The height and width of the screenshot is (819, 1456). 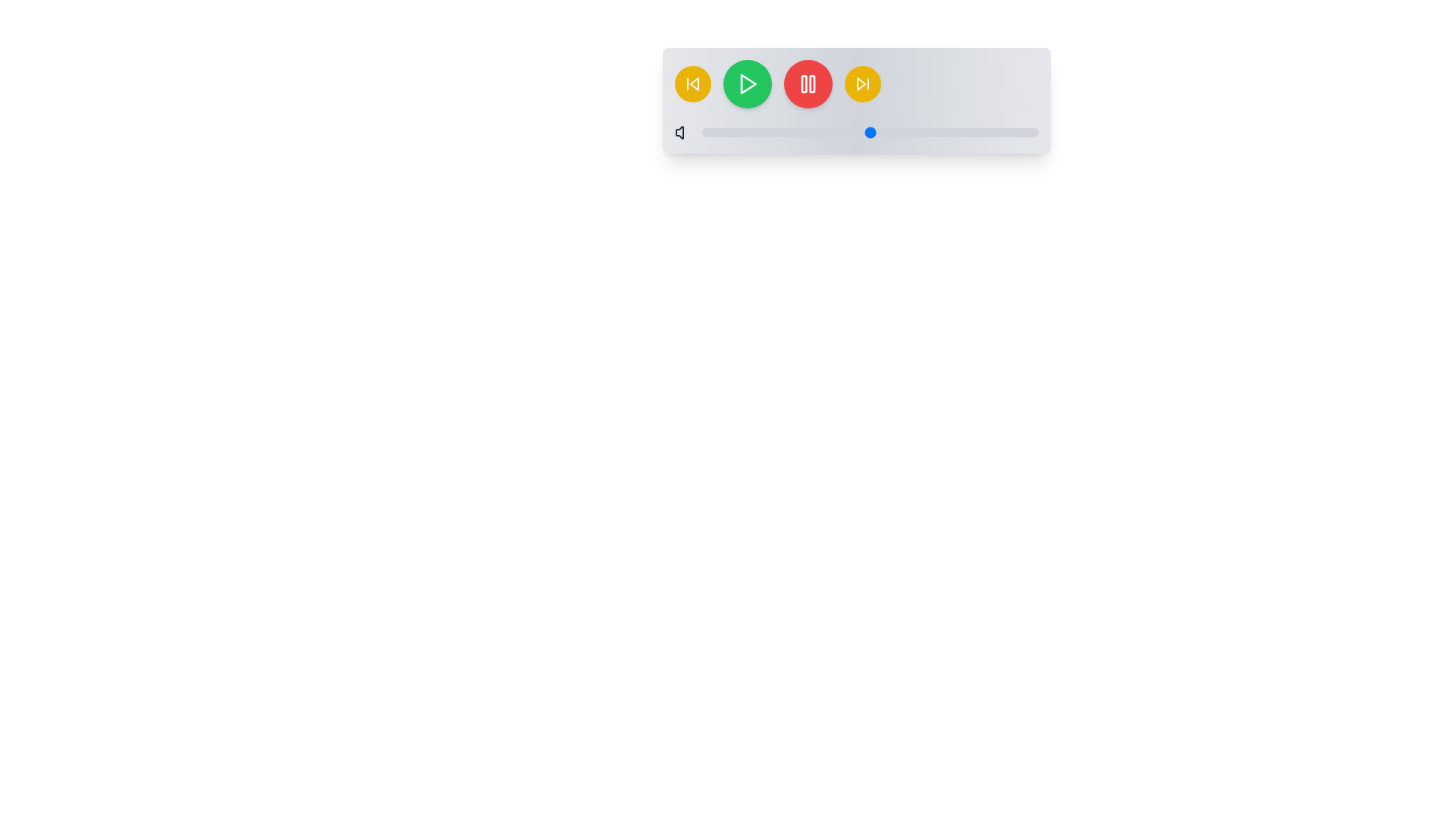 I want to click on the fourth button in the media playback control interface, so click(x=856, y=84).